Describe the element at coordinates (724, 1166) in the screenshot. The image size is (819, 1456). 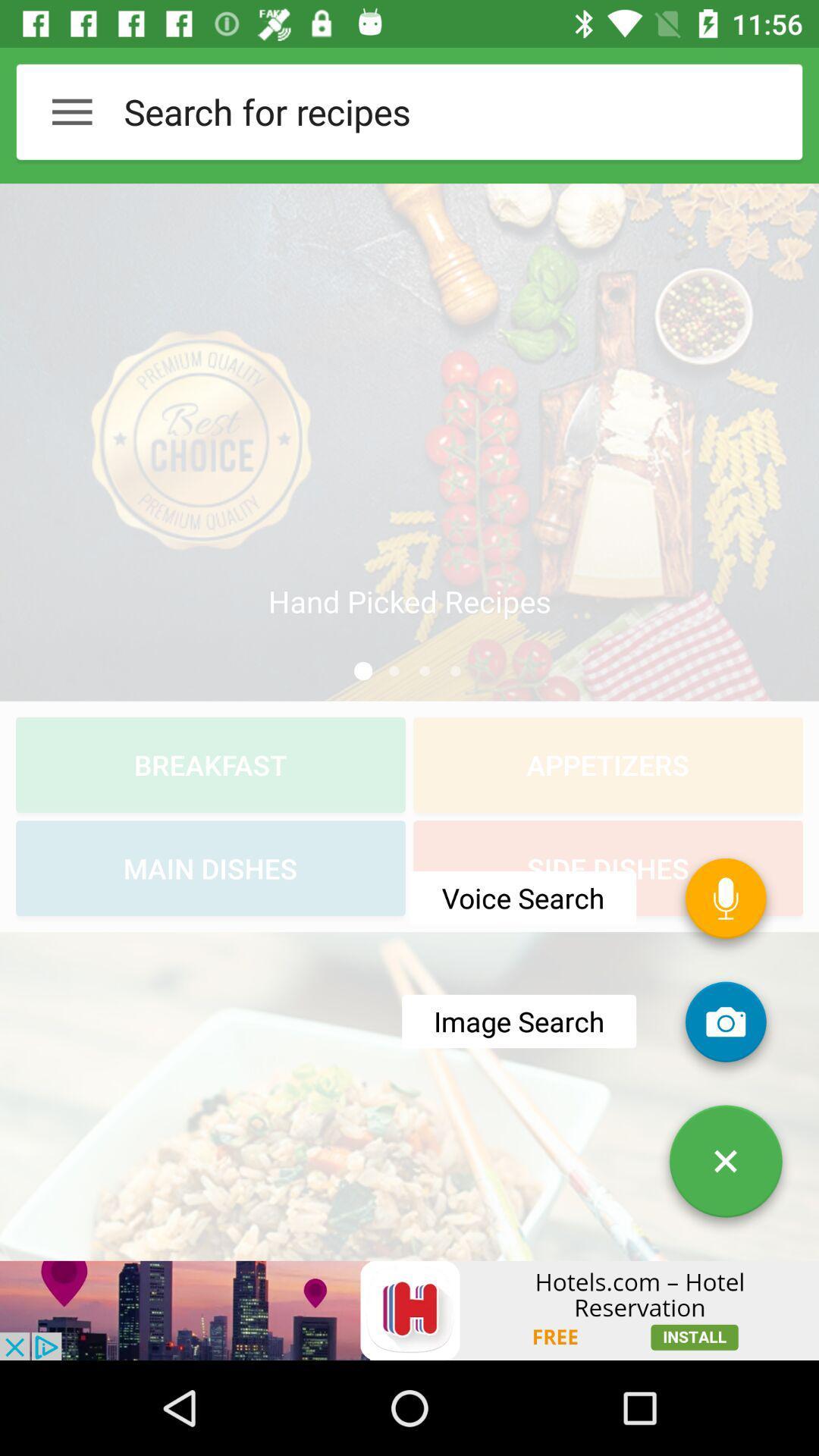
I see `the close icon` at that location.